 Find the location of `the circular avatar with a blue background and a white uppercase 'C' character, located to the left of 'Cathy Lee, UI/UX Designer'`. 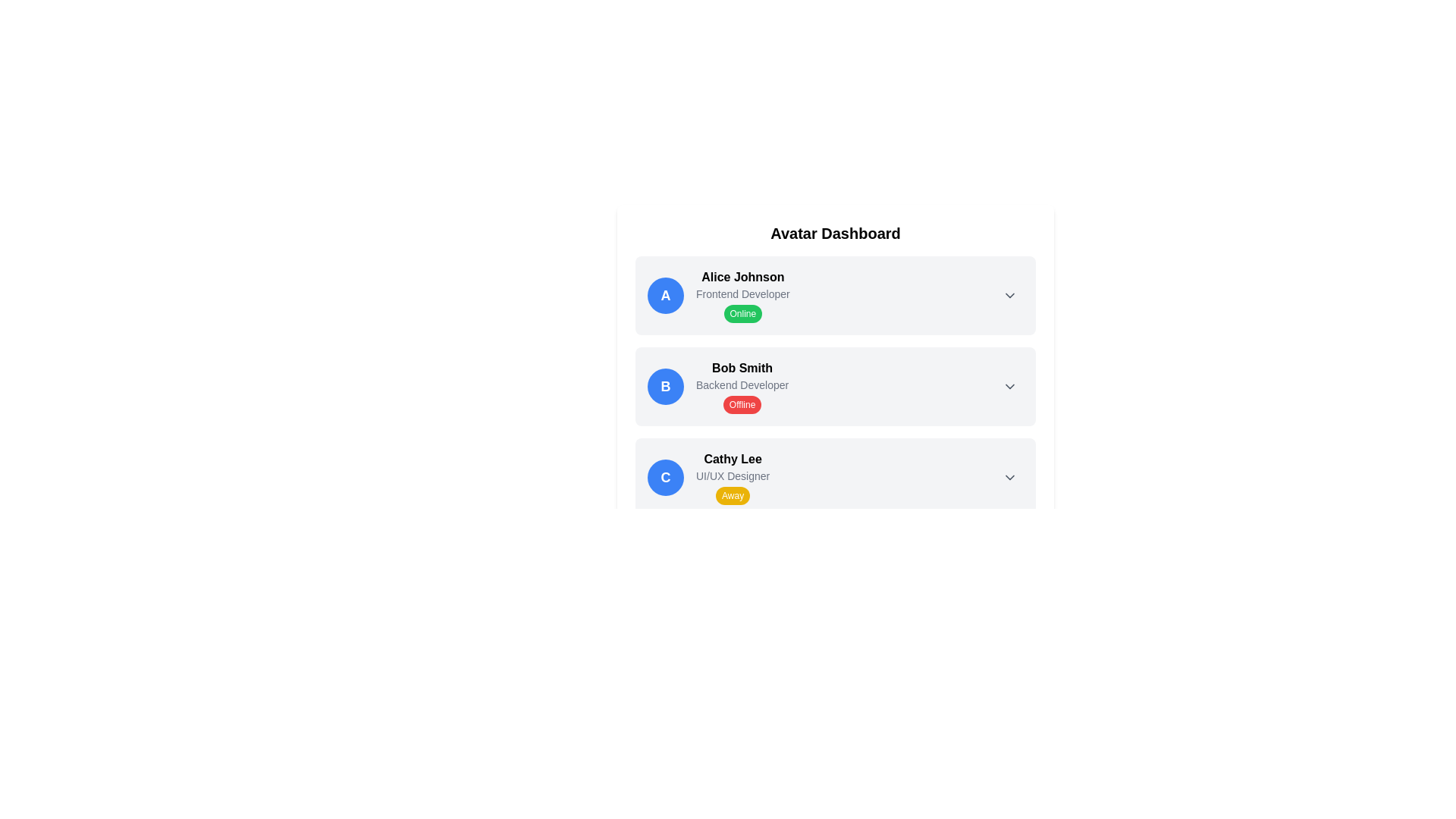

the circular avatar with a blue background and a white uppercase 'C' character, located to the left of 'Cathy Lee, UI/UX Designer' is located at coordinates (666, 476).